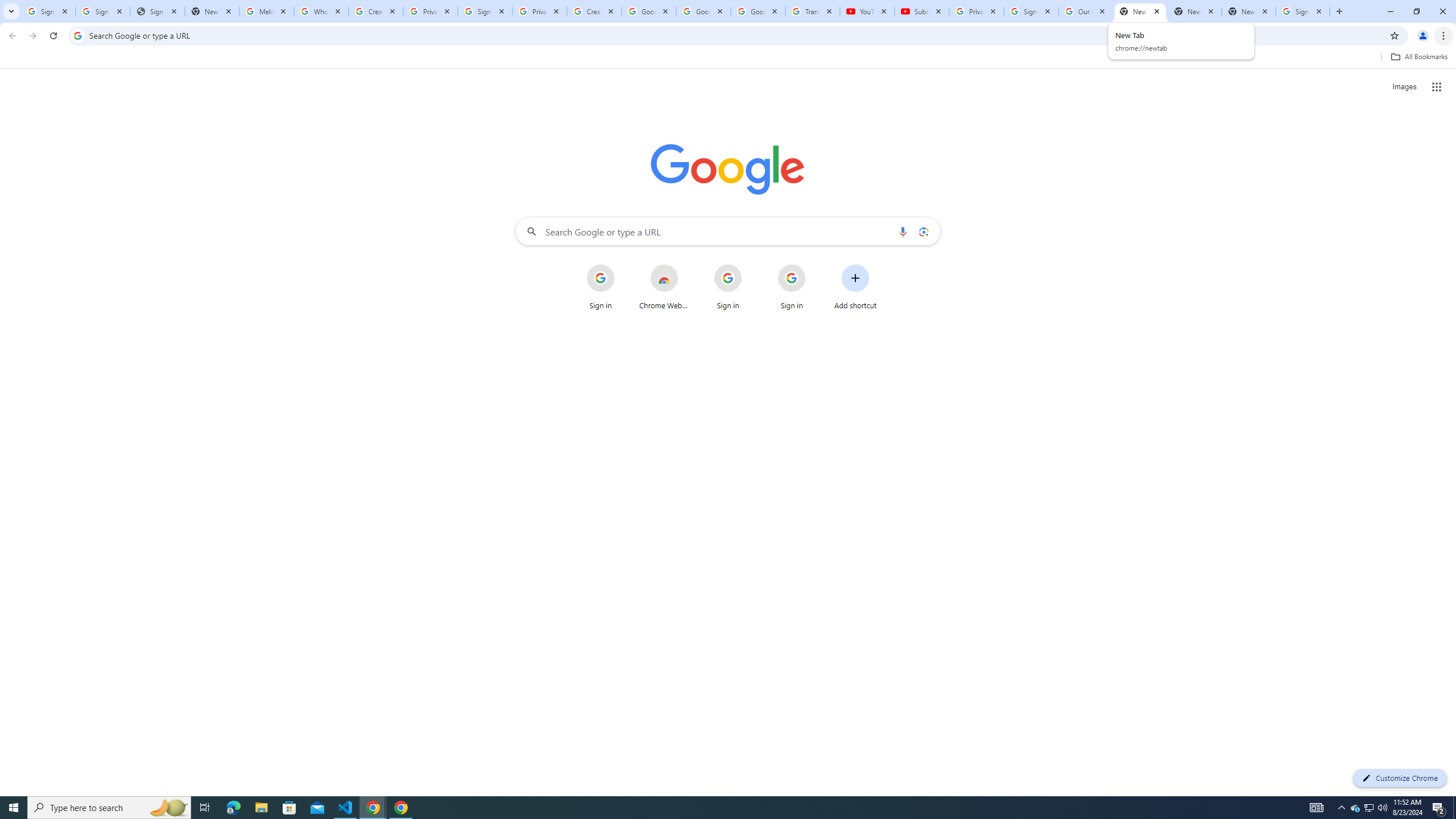 The image size is (1456, 819). I want to click on 'Sign In - USA TODAY', so click(157, 11).